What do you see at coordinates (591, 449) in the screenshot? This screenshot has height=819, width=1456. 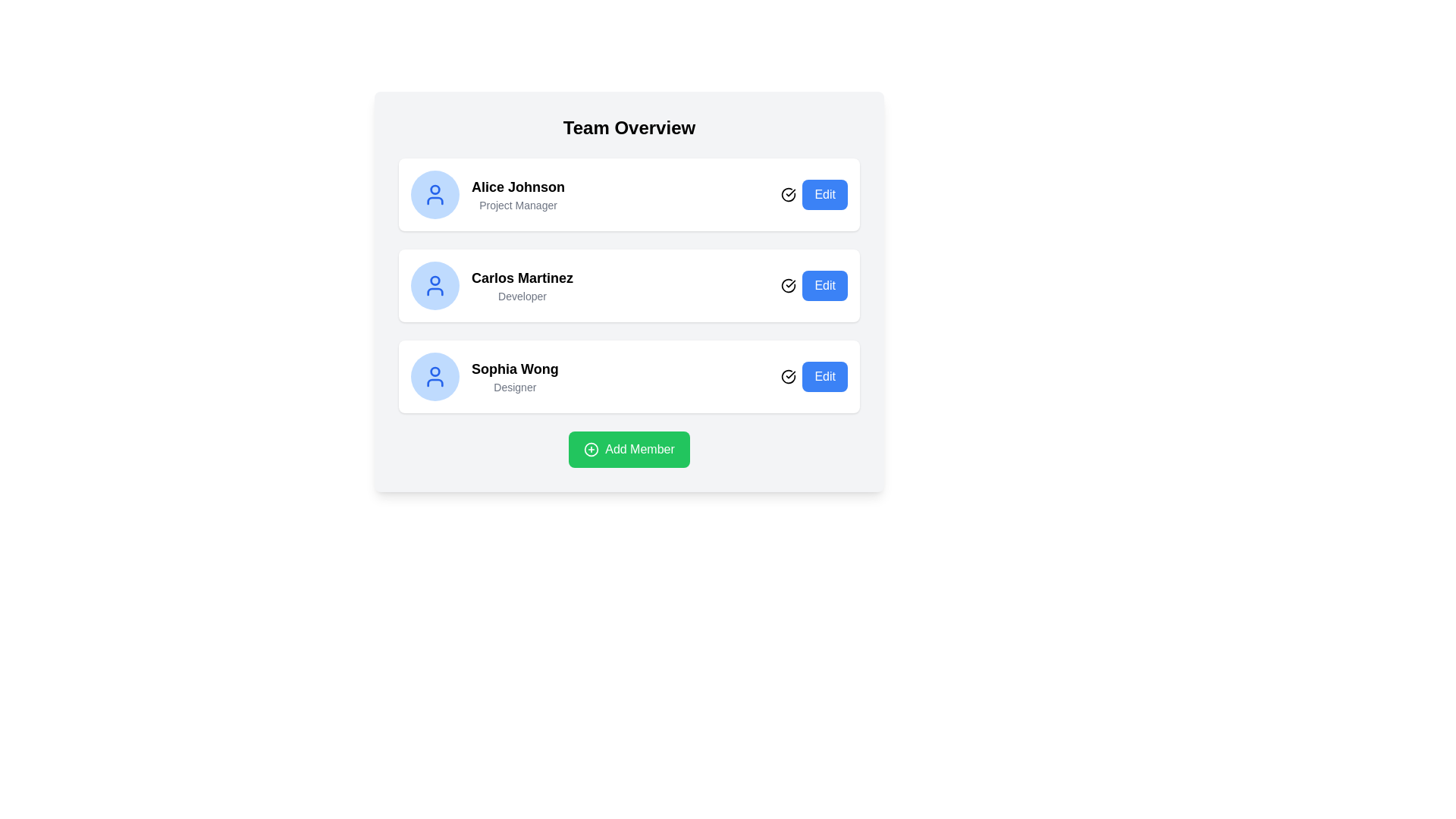 I see `the green rectangular button labeled 'Add Member' which contains a circular SVG element, located at the bottom of the interface` at bounding box center [591, 449].